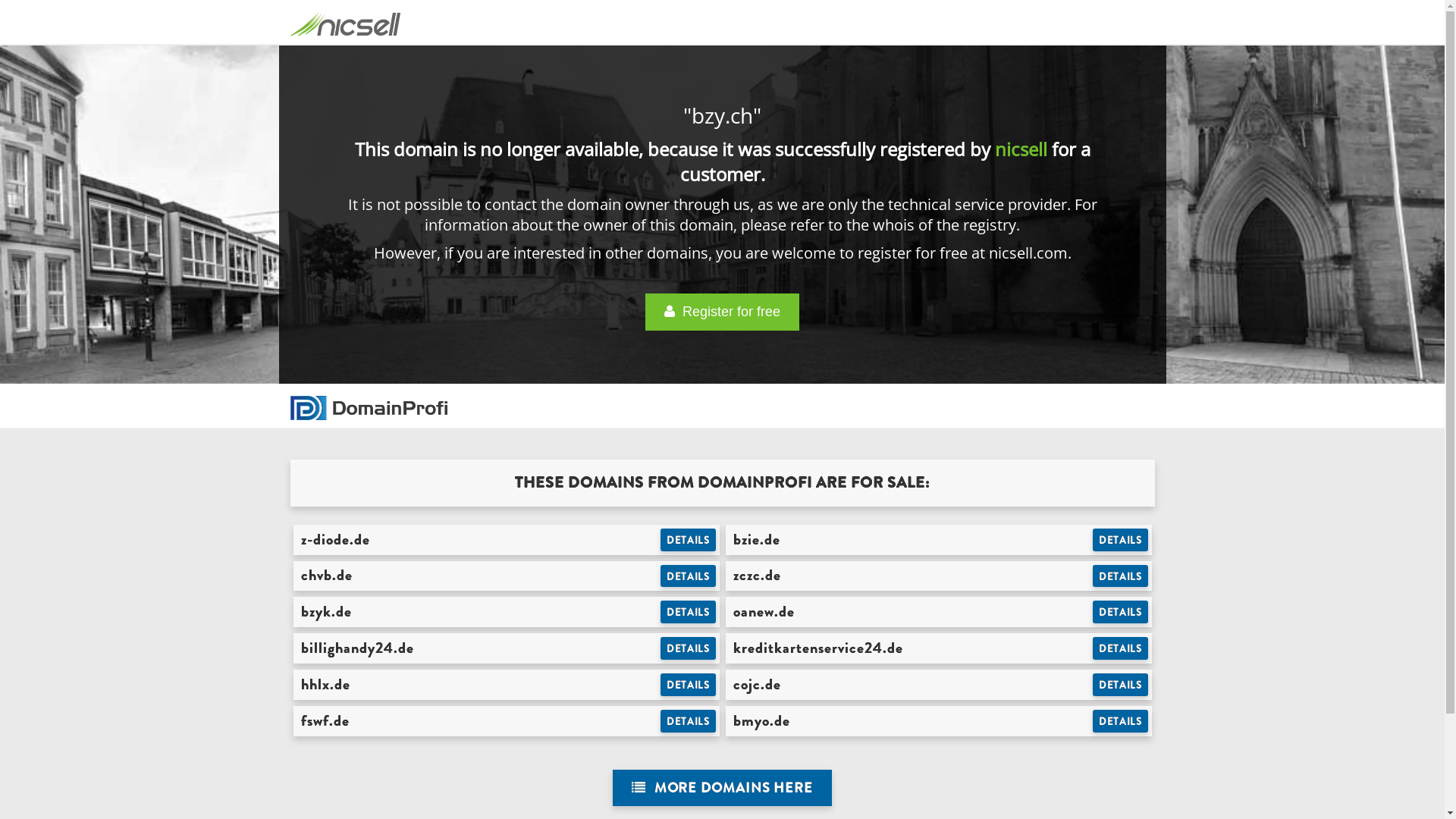 Image resolution: width=1456 pixels, height=819 pixels. What do you see at coordinates (687, 720) in the screenshot?
I see `'DETAILS'` at bounding box center [687, 720].